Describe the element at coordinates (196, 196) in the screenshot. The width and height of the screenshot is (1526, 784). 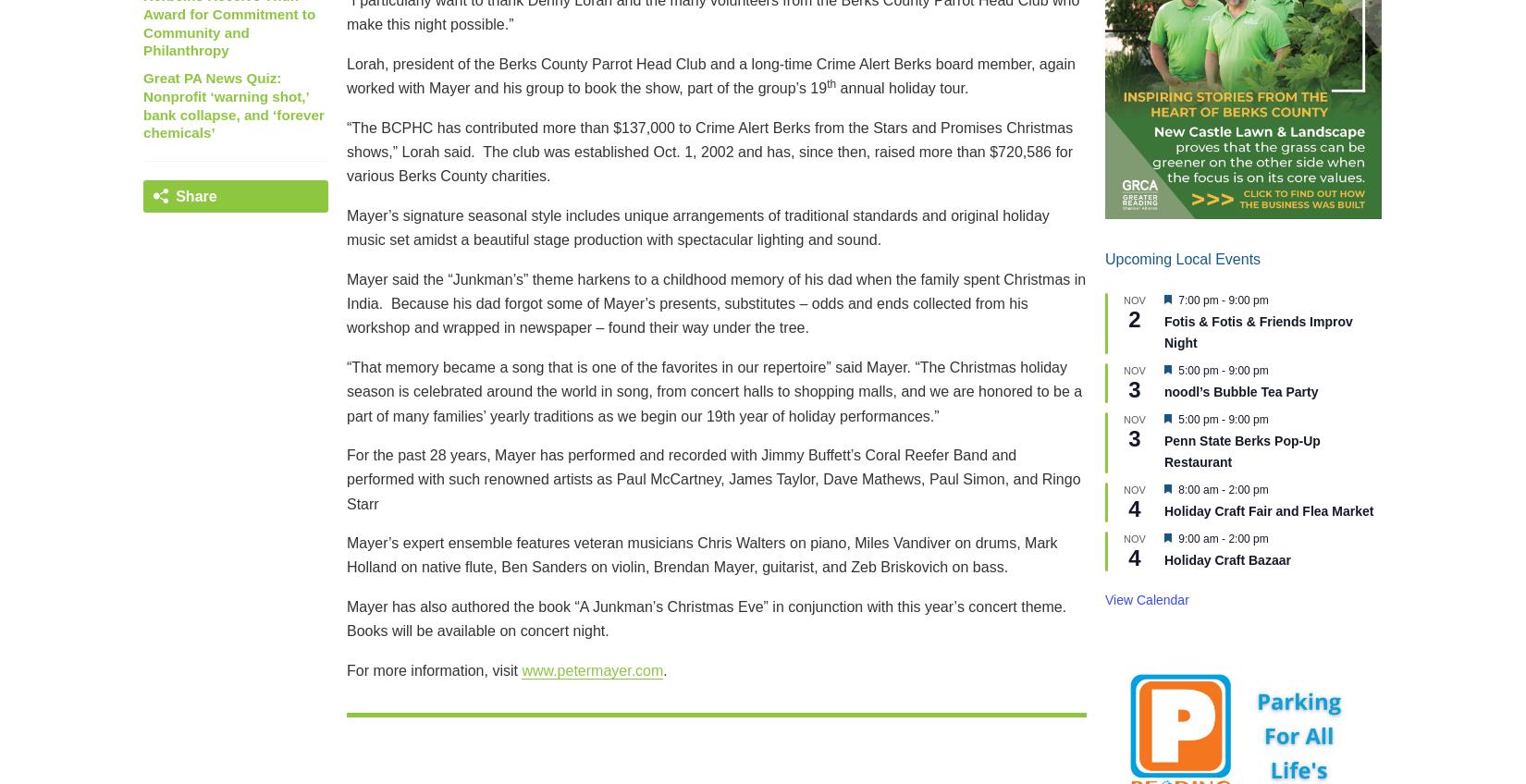
I see `'Share'` at that location.